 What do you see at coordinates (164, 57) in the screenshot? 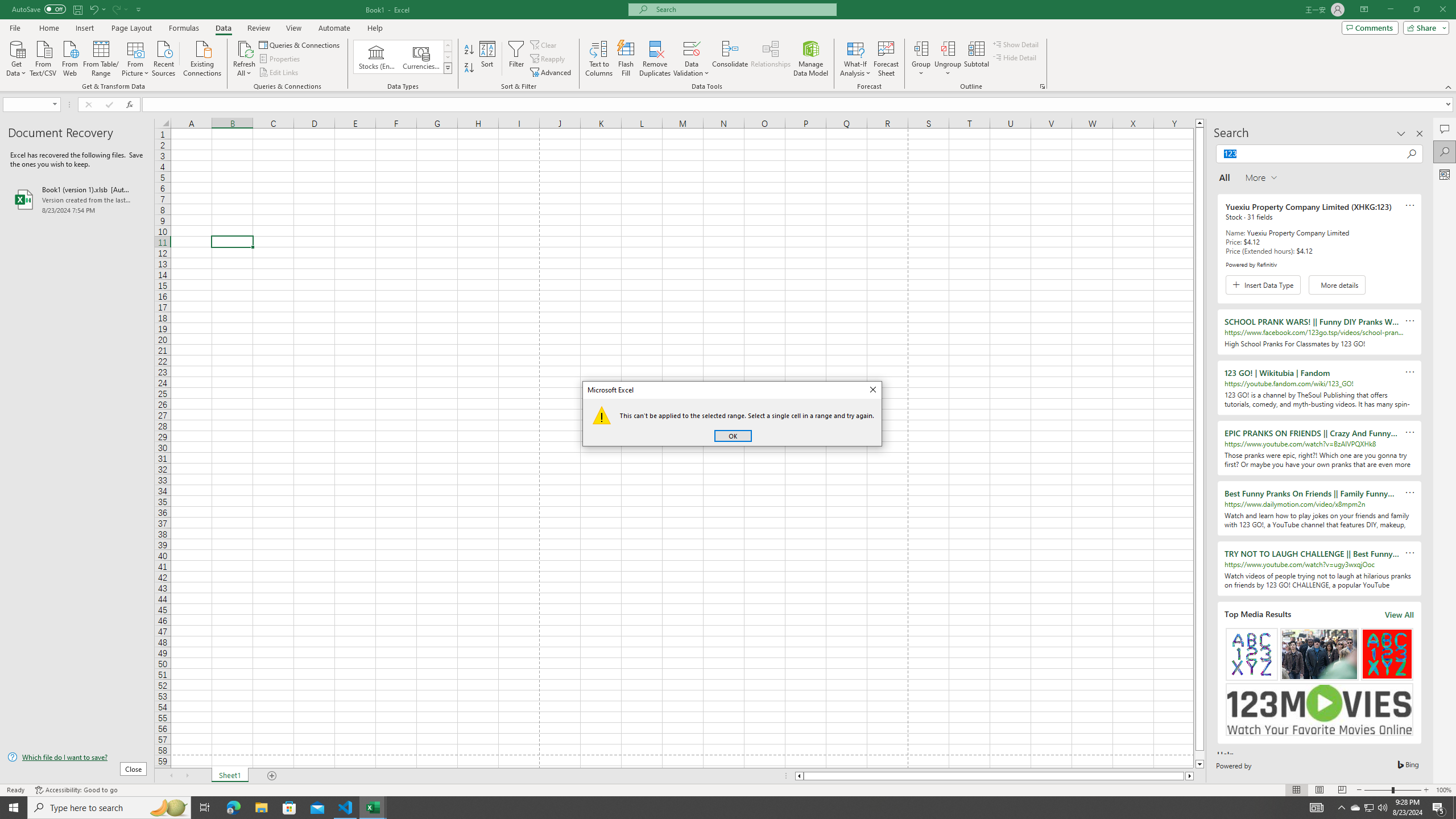
I see `'Recent Sources'` at bounding box center [164, 57].